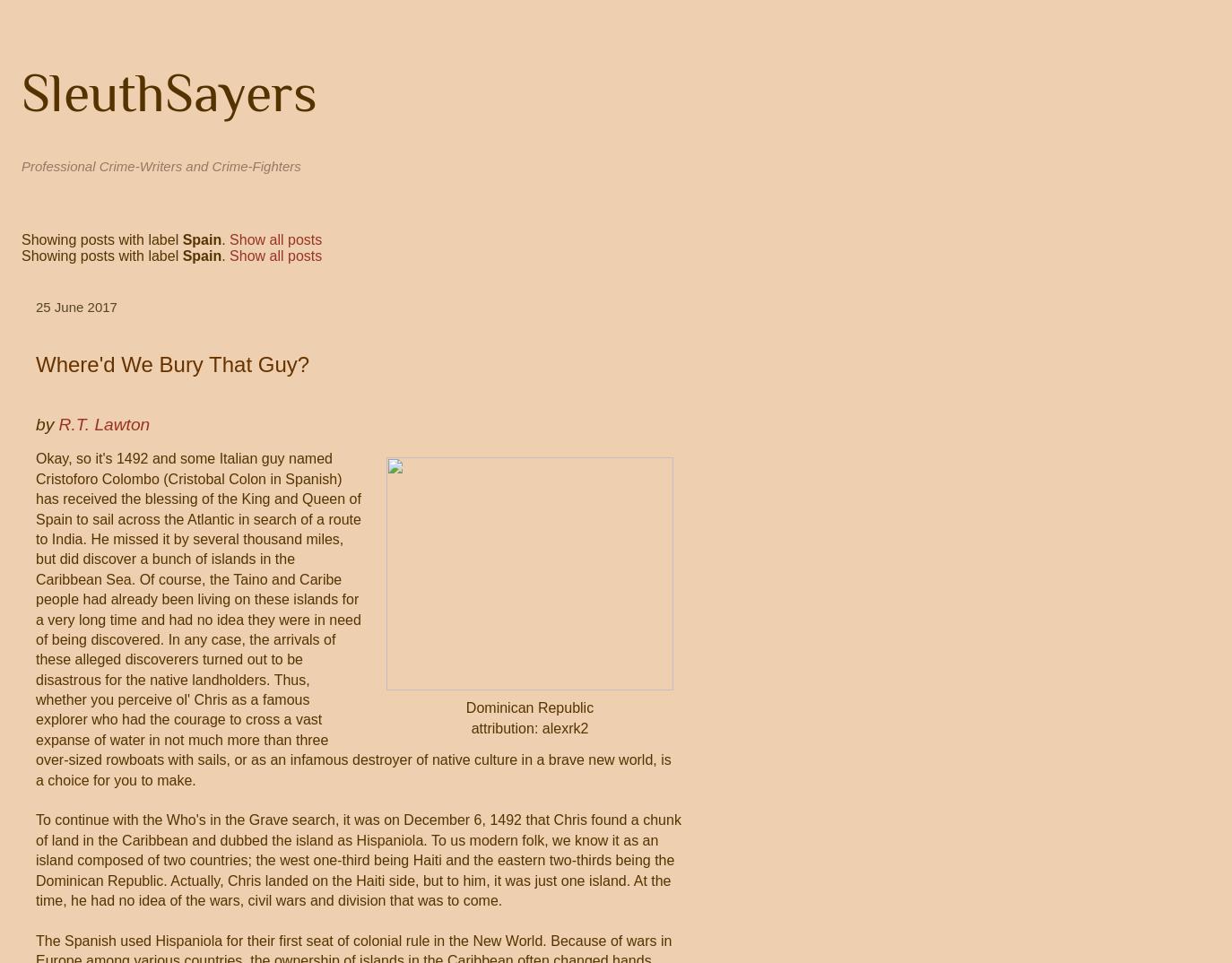  Describe the element at coordinates (75, 305) in the screenshot. I see `'25 June 2017'` at that location.